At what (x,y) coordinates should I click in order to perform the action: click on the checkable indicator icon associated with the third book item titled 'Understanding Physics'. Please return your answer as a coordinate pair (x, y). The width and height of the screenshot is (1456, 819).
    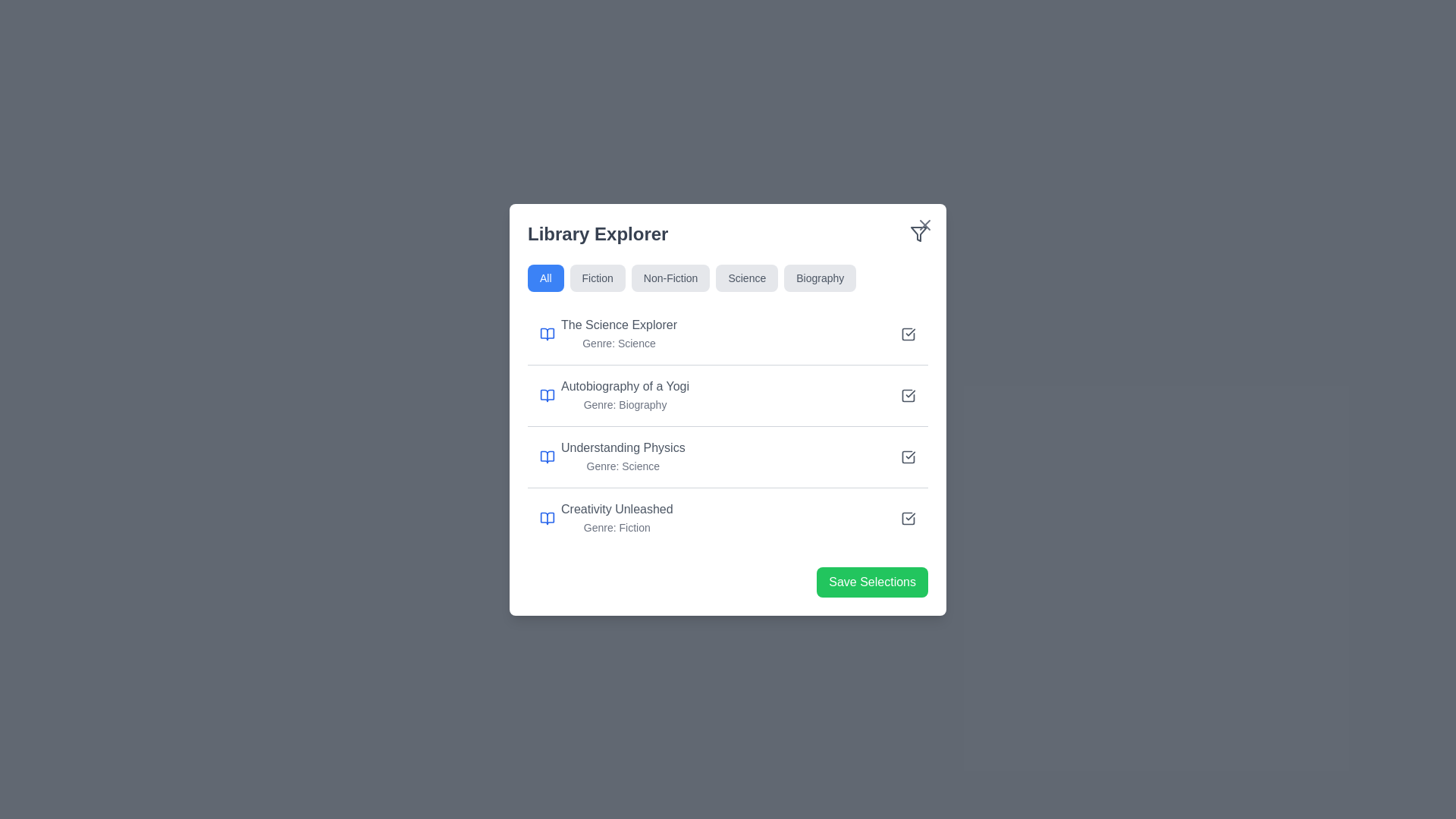
    Looking at the image, I should click on (908, 456).